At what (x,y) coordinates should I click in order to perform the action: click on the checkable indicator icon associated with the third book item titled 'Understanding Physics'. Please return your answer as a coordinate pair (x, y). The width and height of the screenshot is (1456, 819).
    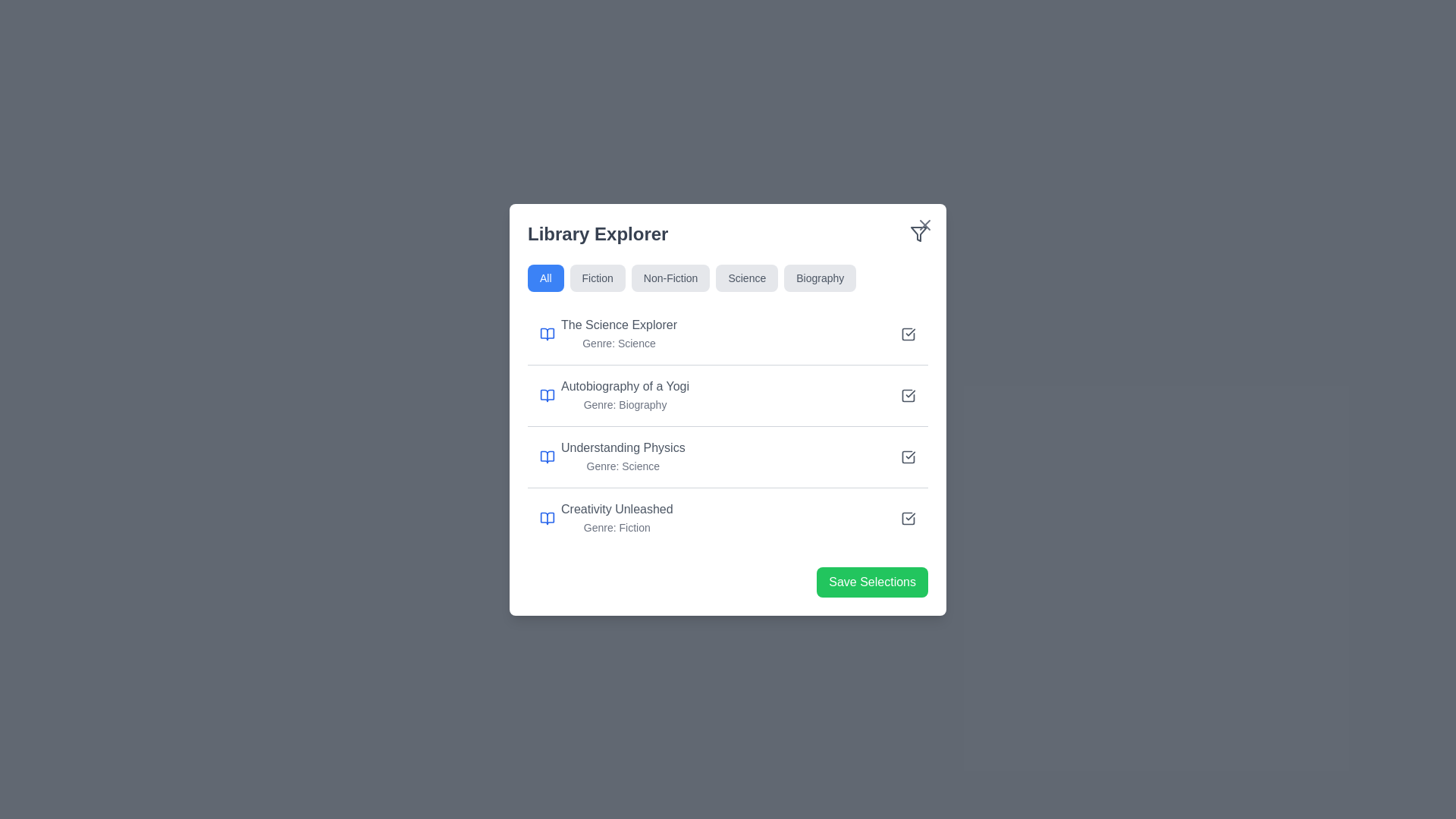
    Looking at the image, I should click on (908, 456).